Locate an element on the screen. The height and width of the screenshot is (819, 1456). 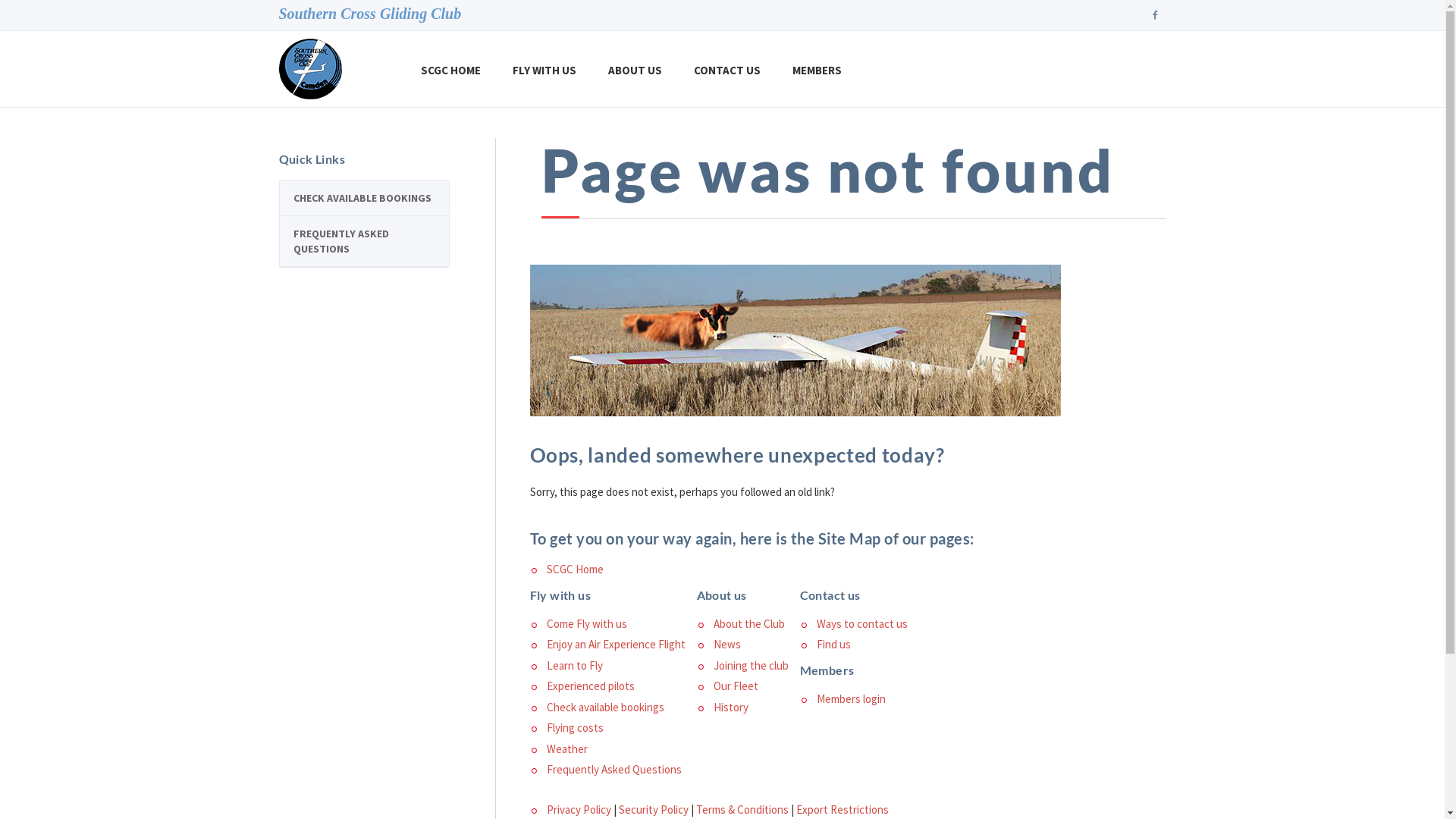
'About the Club' is located at coordinates (748, 623).